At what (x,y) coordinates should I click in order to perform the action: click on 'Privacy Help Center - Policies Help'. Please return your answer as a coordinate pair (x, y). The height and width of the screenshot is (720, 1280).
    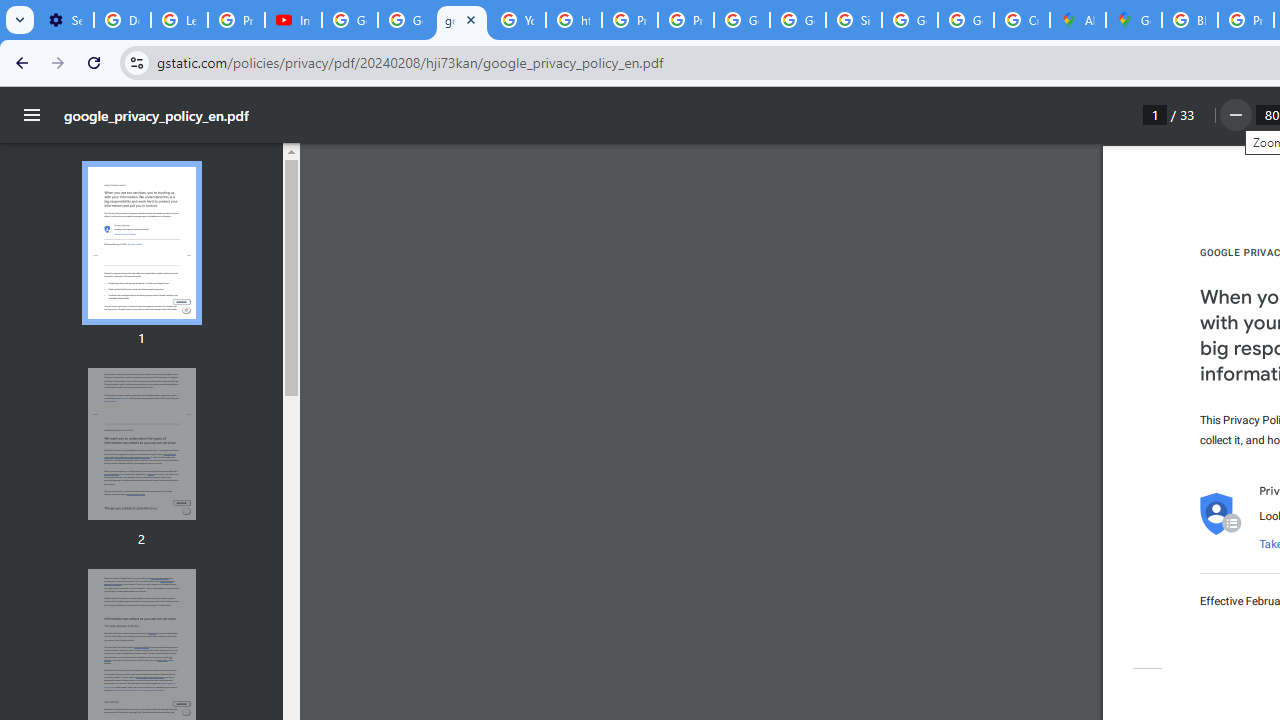
    Looking at the image, I should click on (628, 20).